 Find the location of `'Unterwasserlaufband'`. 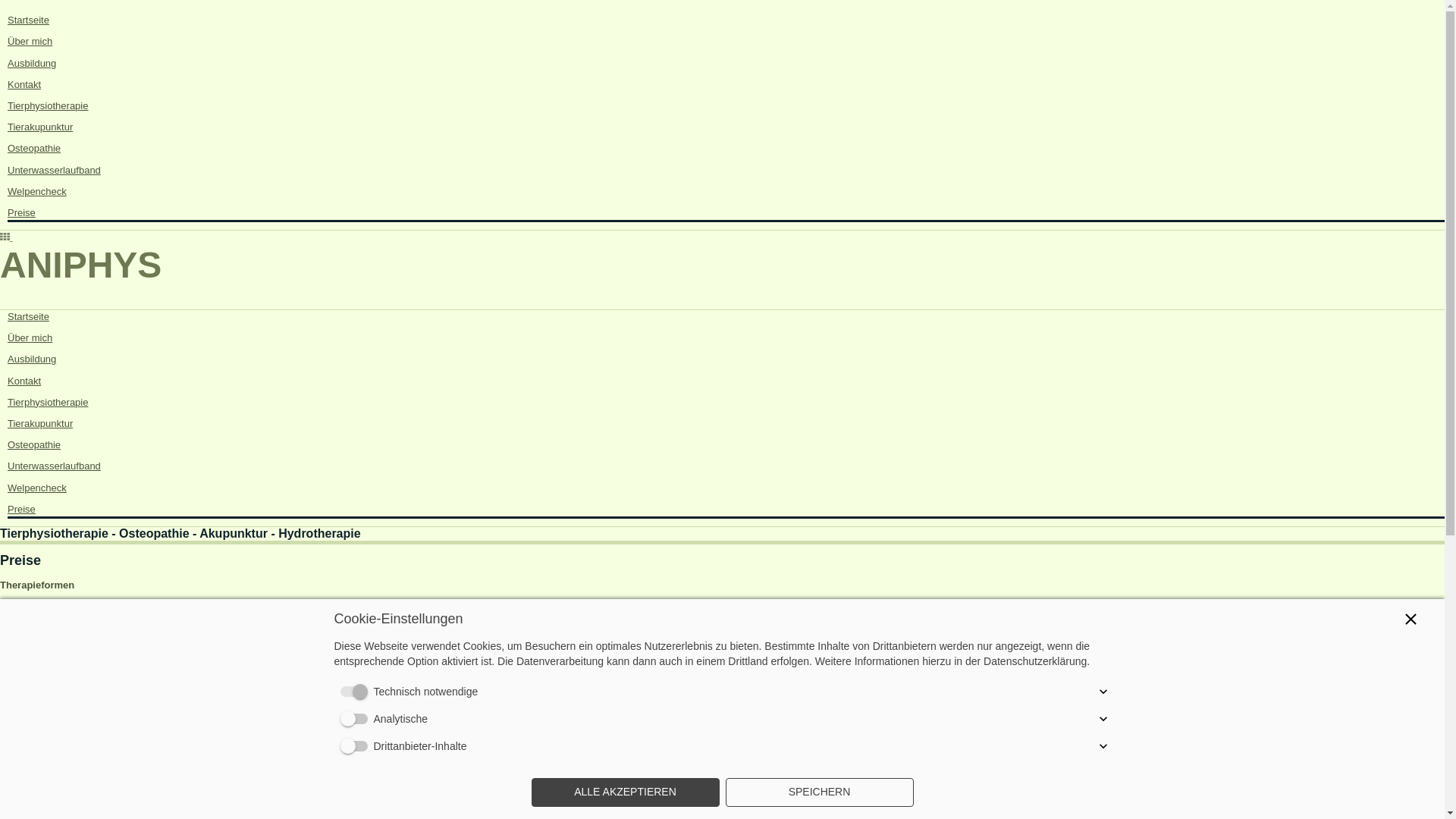

'Unterwasserlaufband' is located at coordinates (54, 169).